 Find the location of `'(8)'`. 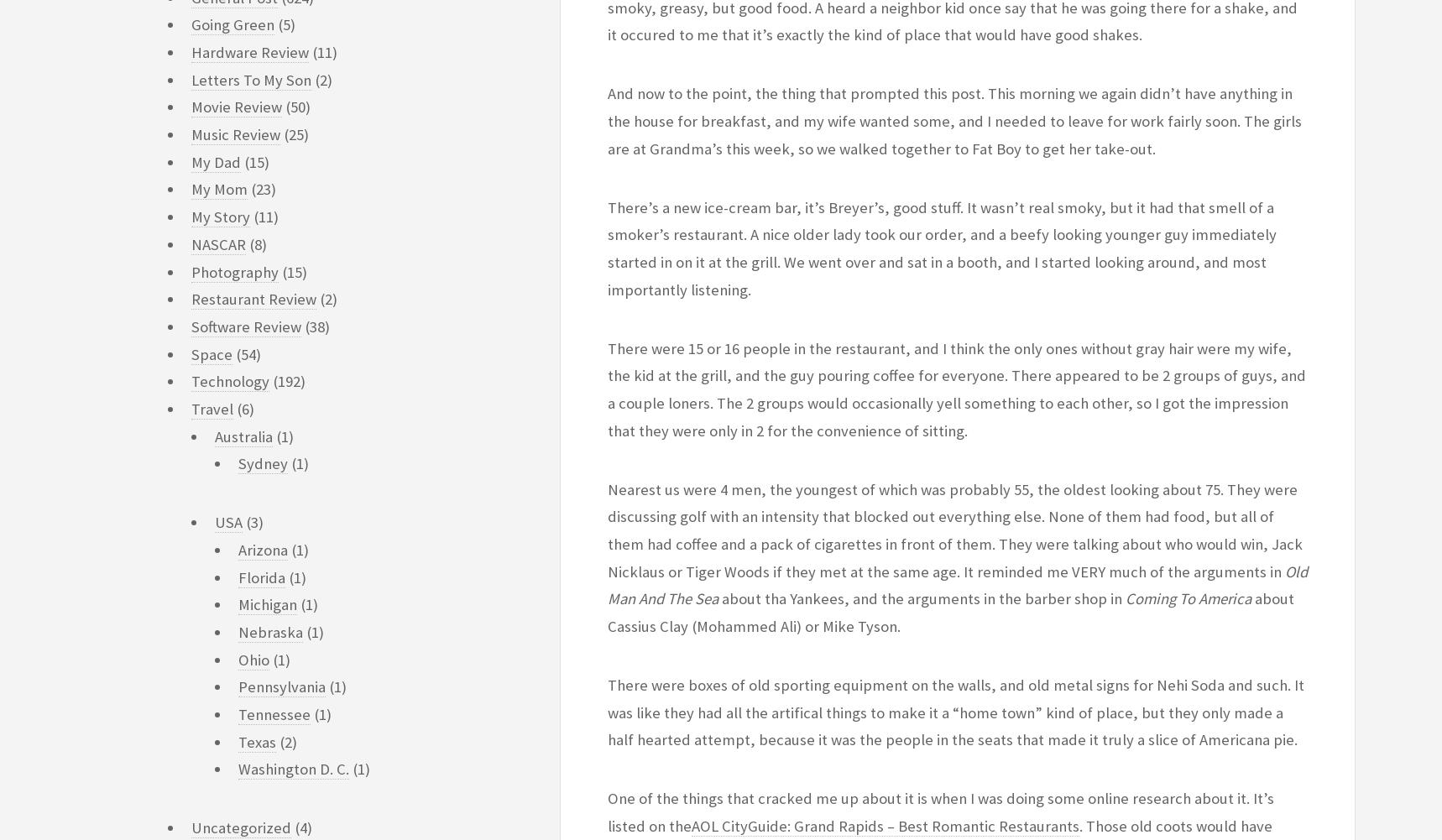

'(8)' is located at coordinates (256, 243).